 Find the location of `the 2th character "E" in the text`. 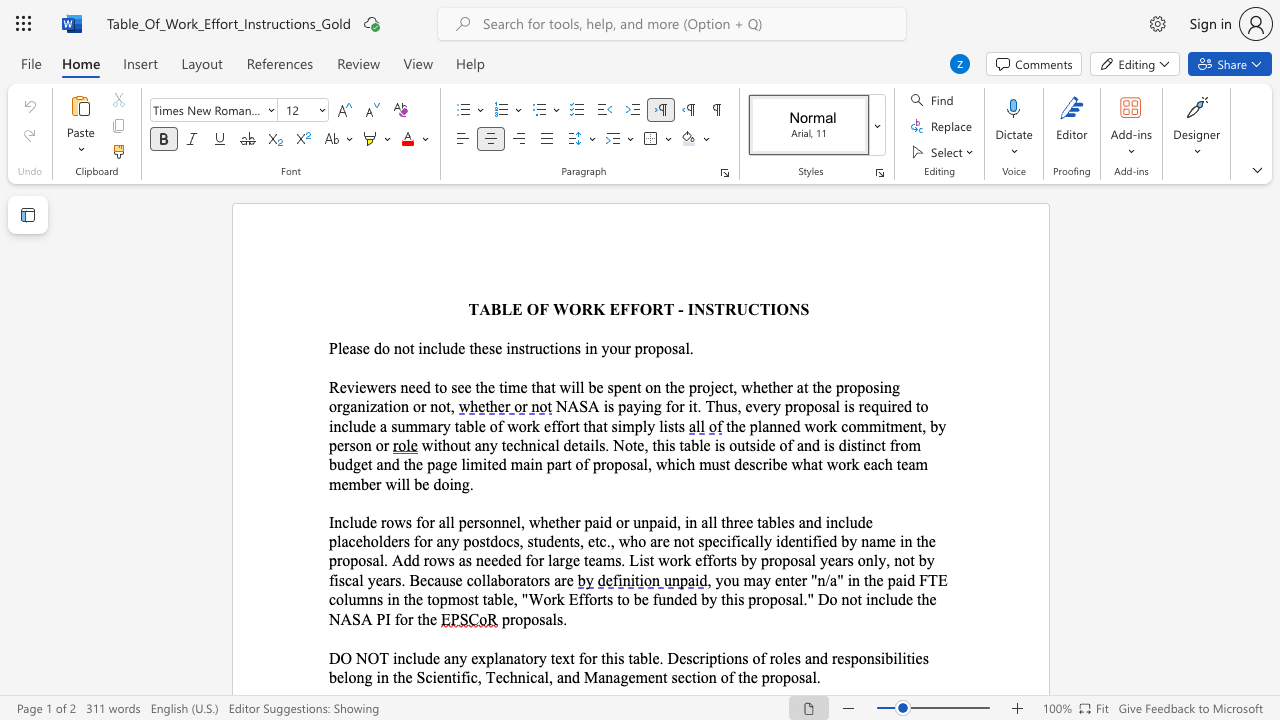

the 2th character "E" in the text is located at coordinates (613, 309).